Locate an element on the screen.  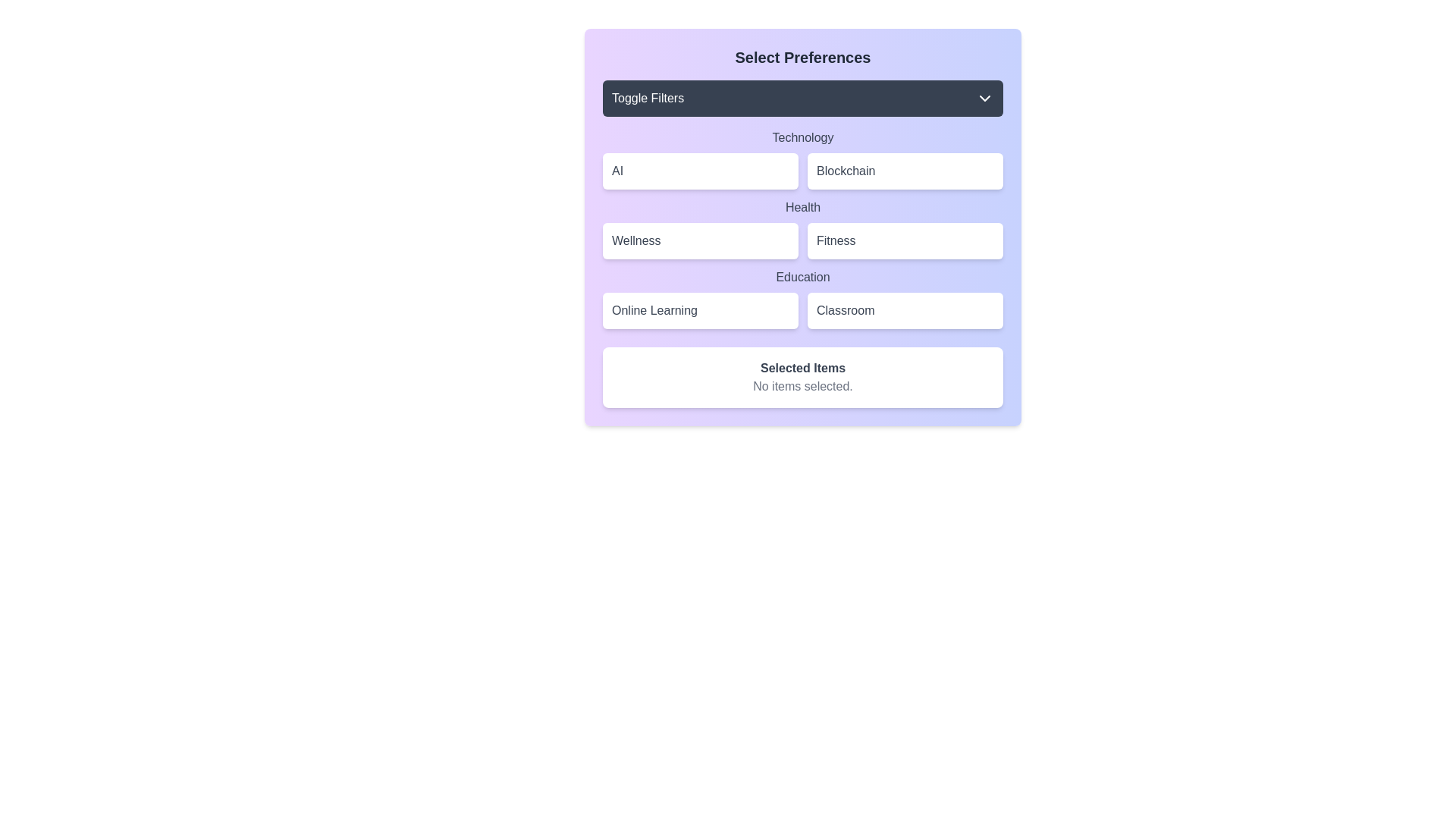
the segmented button group labeled 'Wellness' and 'Fitness' is located at coordinates (802, 240).